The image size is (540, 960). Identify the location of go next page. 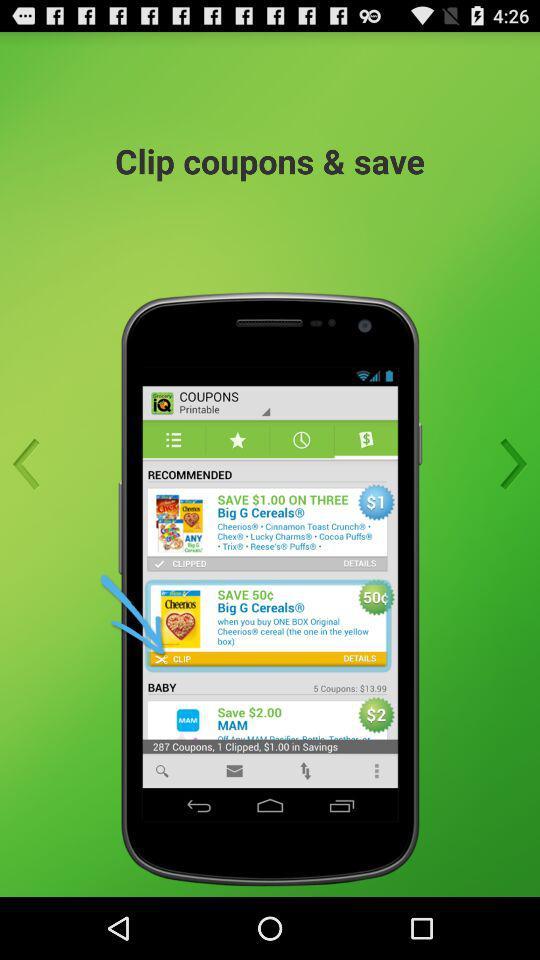
(507, 464).